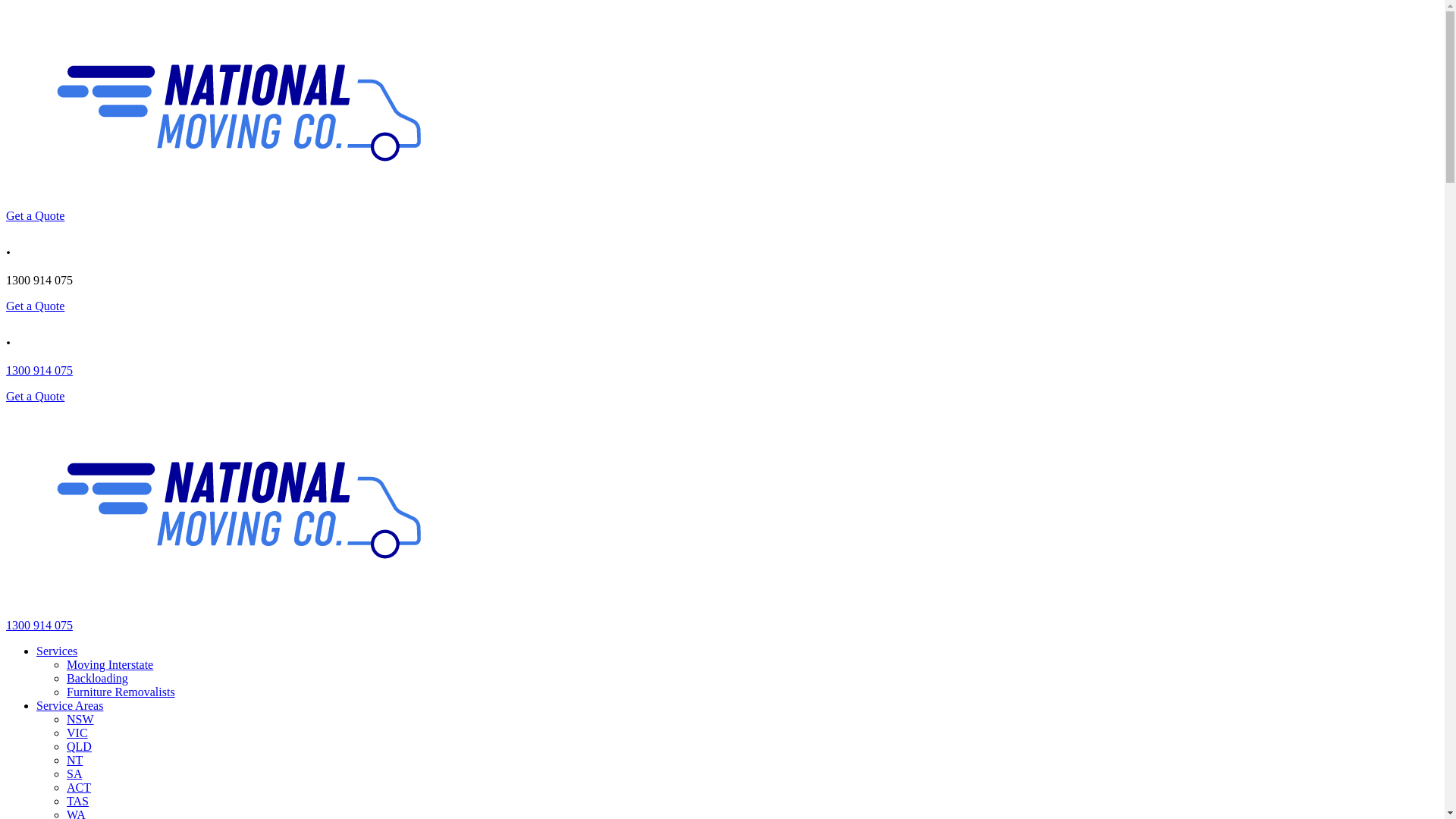 The width and height of the screenshot is (1456, 819). Describe the element at coordinates (96, 677) in the screenshot. I see `'Backloading'` at that location.